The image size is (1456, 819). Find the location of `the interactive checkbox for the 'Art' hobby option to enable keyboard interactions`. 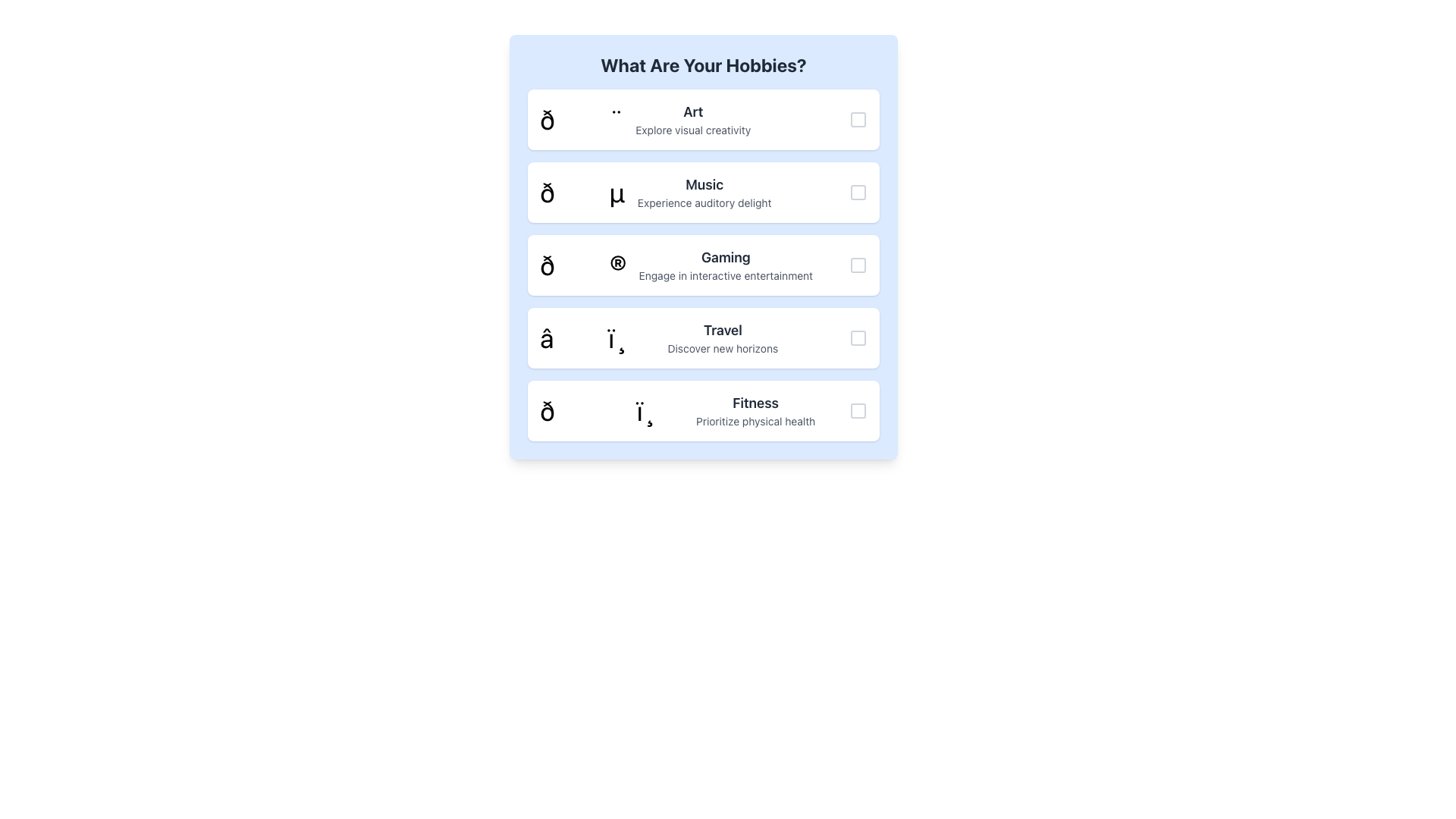

the interactive checkbox for the 'Art' hobby option to enable keyboard interactions is located at coordinates (858, 119).